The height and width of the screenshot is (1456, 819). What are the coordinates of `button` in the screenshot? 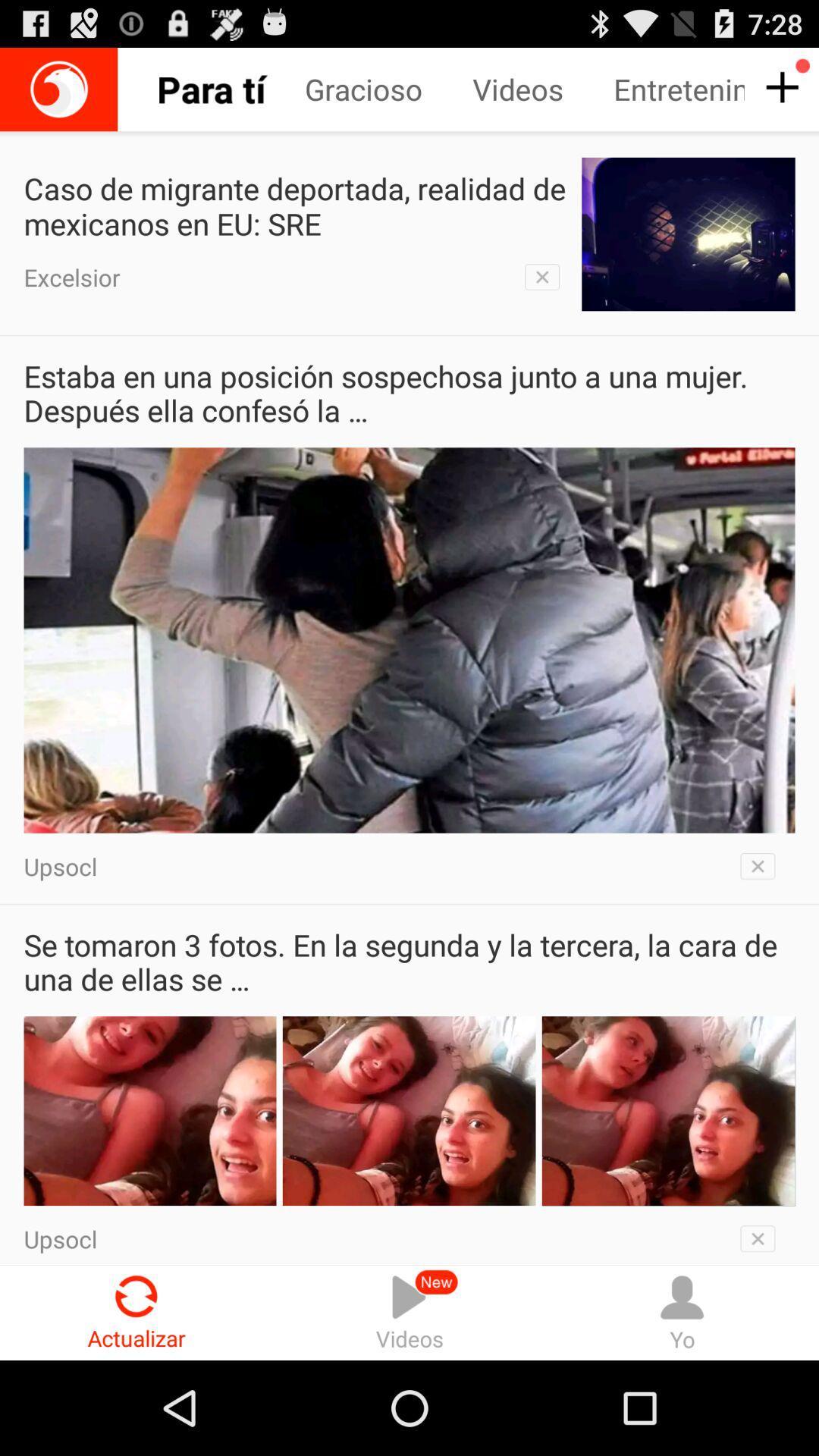 It's located at (762, 866).